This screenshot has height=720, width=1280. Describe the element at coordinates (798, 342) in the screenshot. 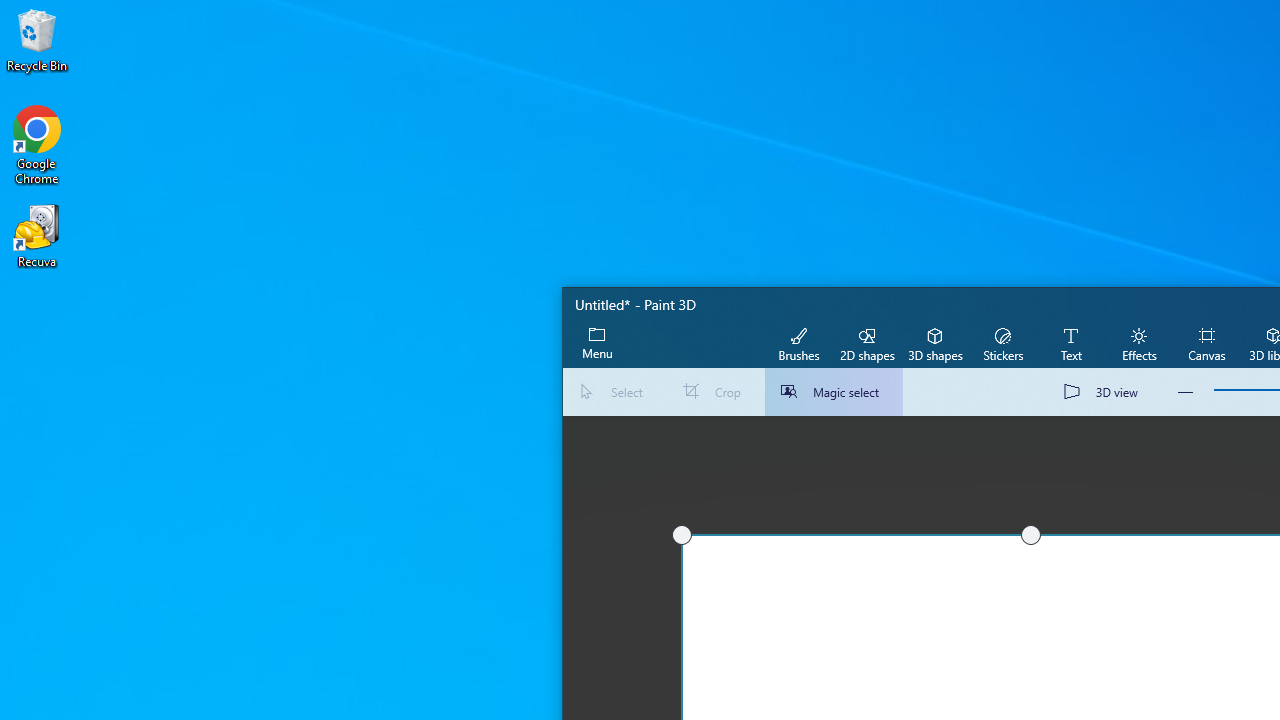

I see `'Brushes'` at that location.